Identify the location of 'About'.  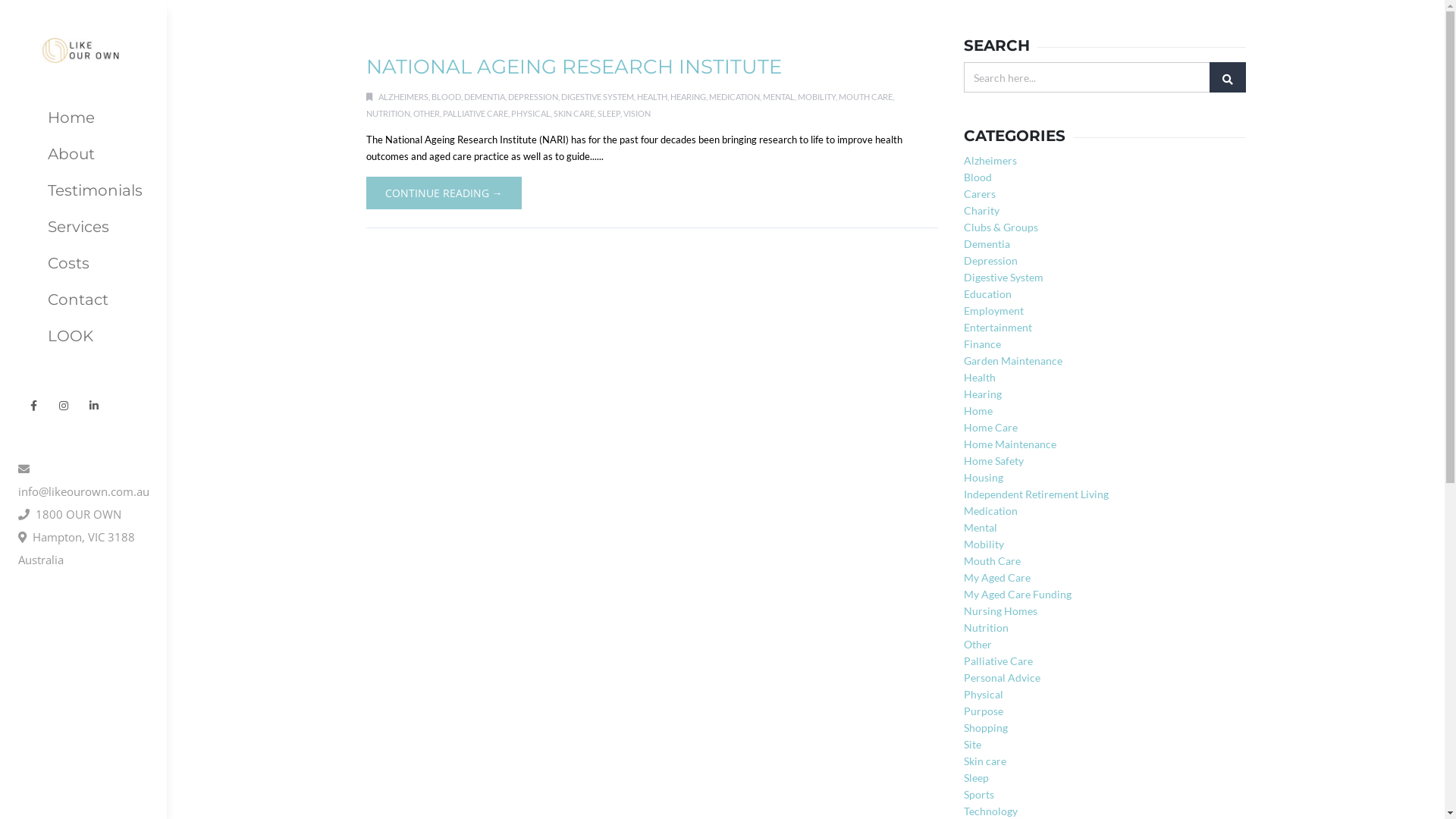
(83, 154).